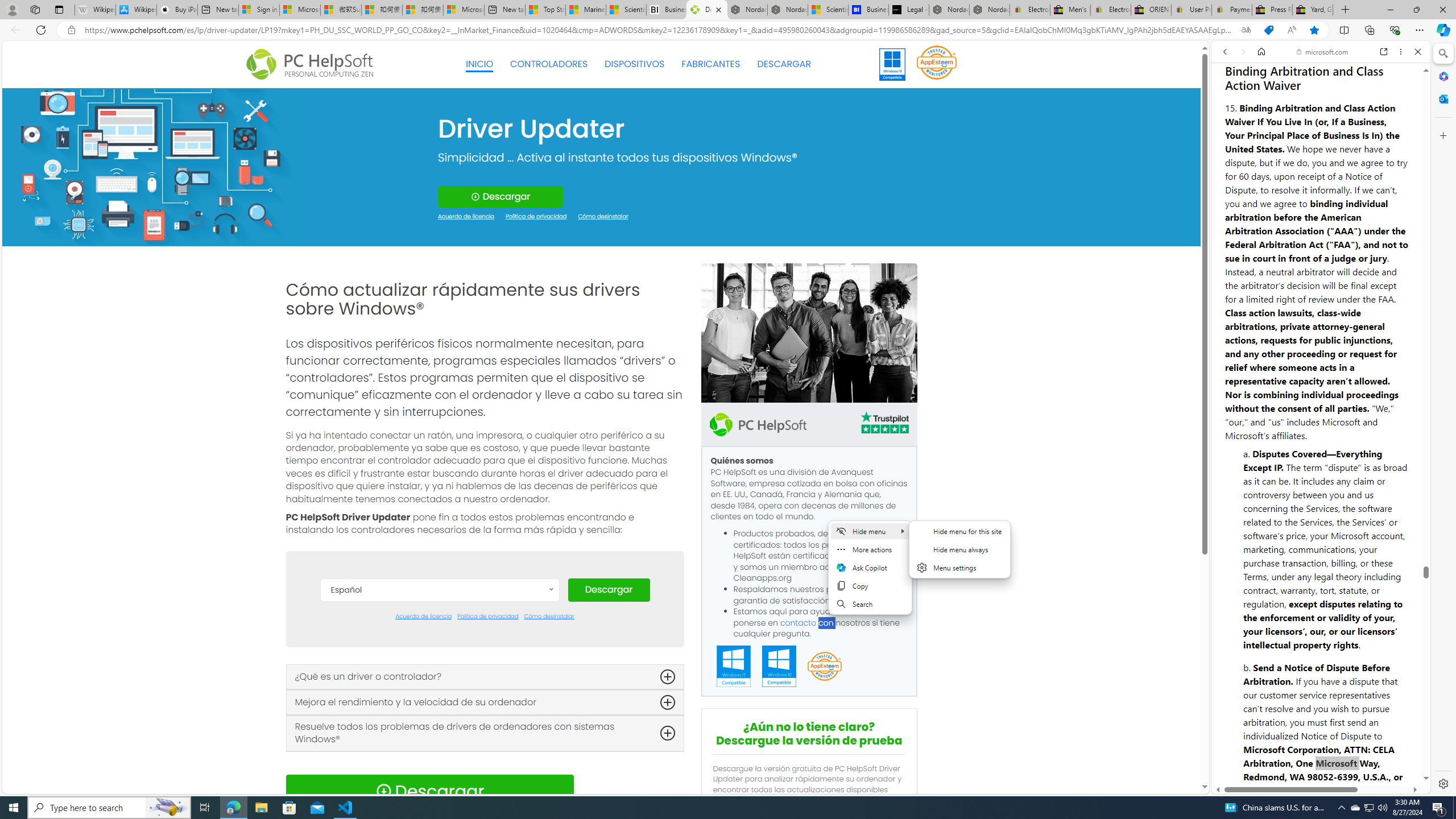 The height and width of the screenshot is (819, 1456). Describe the element at coordinates (733, 666) in the screenshot. I see `'Windows 11 Compatible'` at that location.